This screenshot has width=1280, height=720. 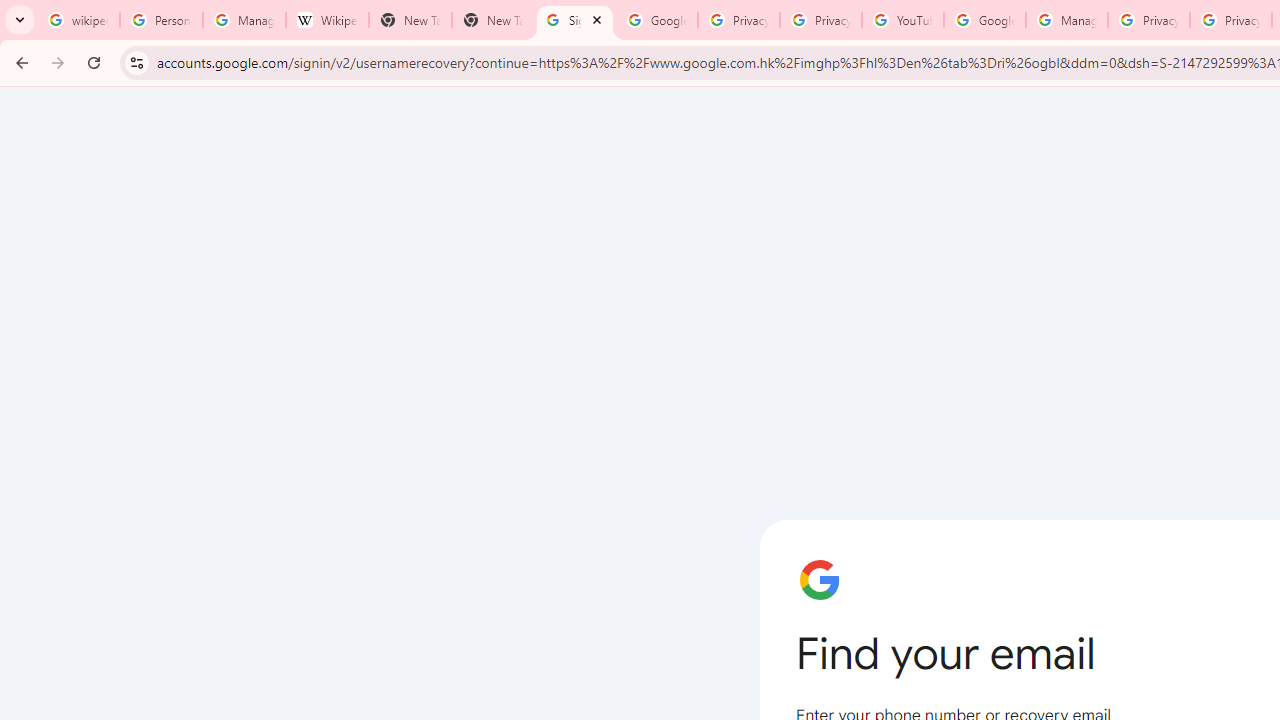 I want to click on 'Personalization & Google Search results - Google Search Help', so click(x=161, y=20).